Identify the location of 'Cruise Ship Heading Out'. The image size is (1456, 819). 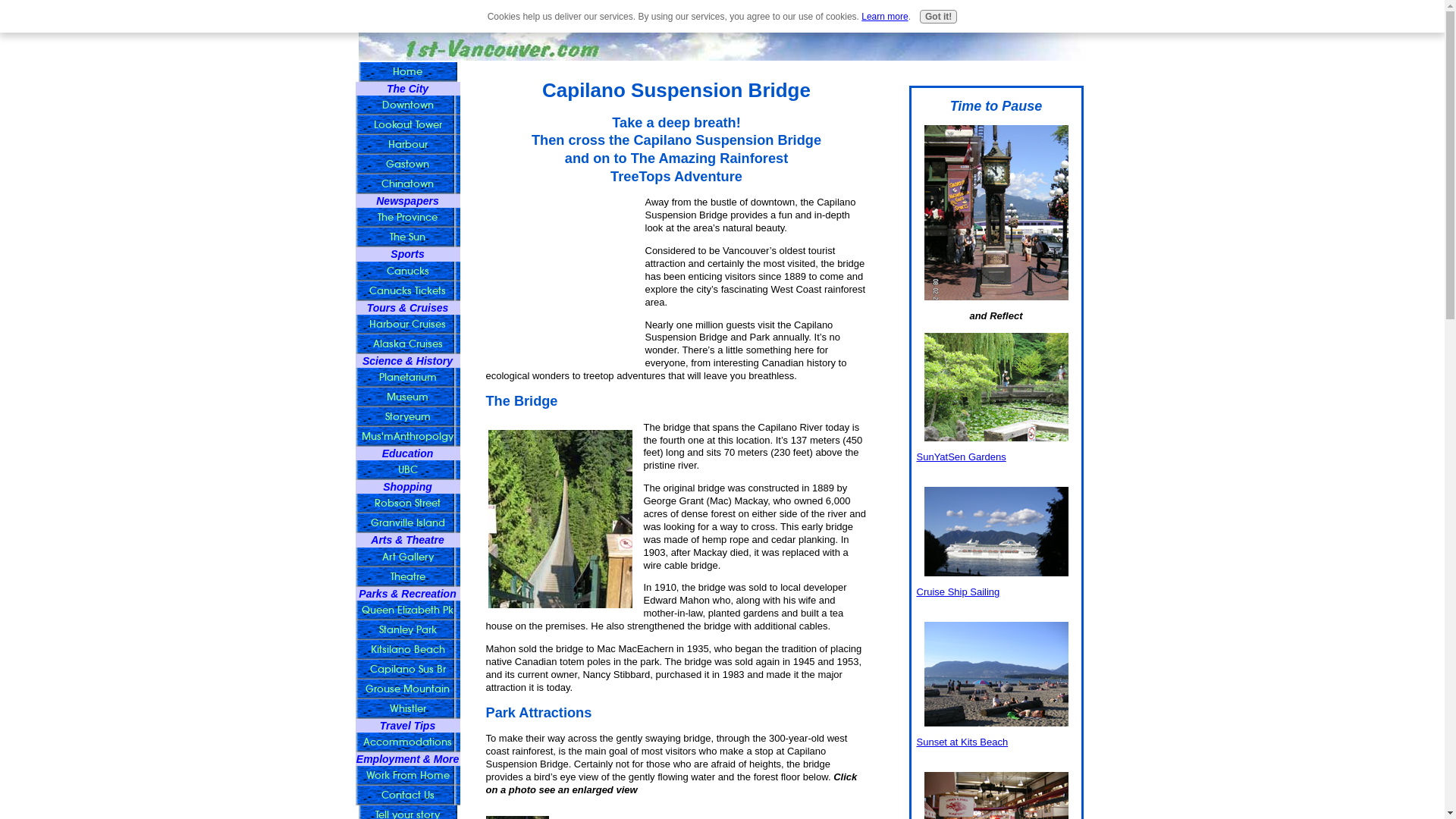
(996, 531).